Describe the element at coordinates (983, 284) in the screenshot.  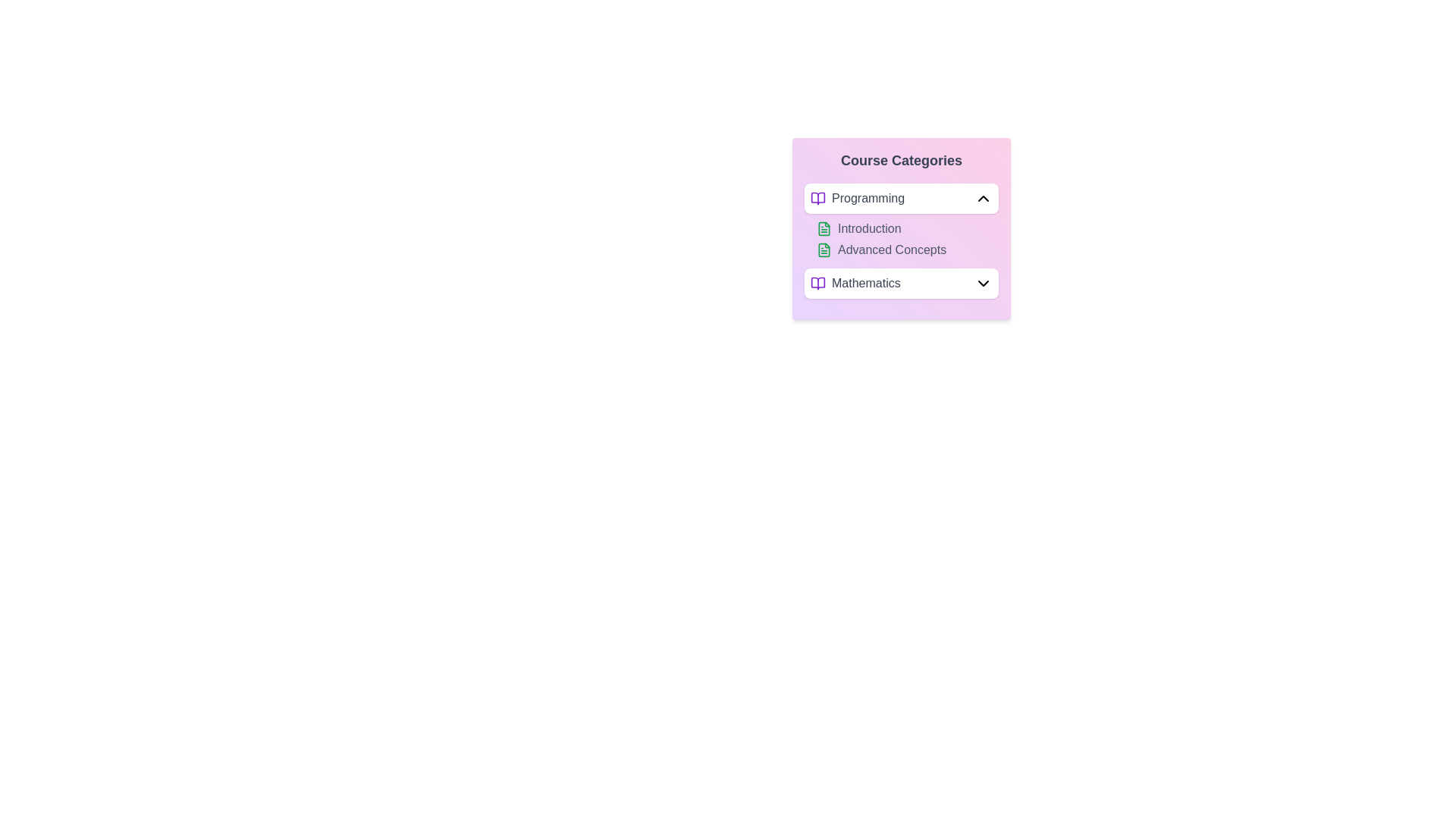
I see `the toggle button of the category Mathematics to expand or collapse it` at that location.